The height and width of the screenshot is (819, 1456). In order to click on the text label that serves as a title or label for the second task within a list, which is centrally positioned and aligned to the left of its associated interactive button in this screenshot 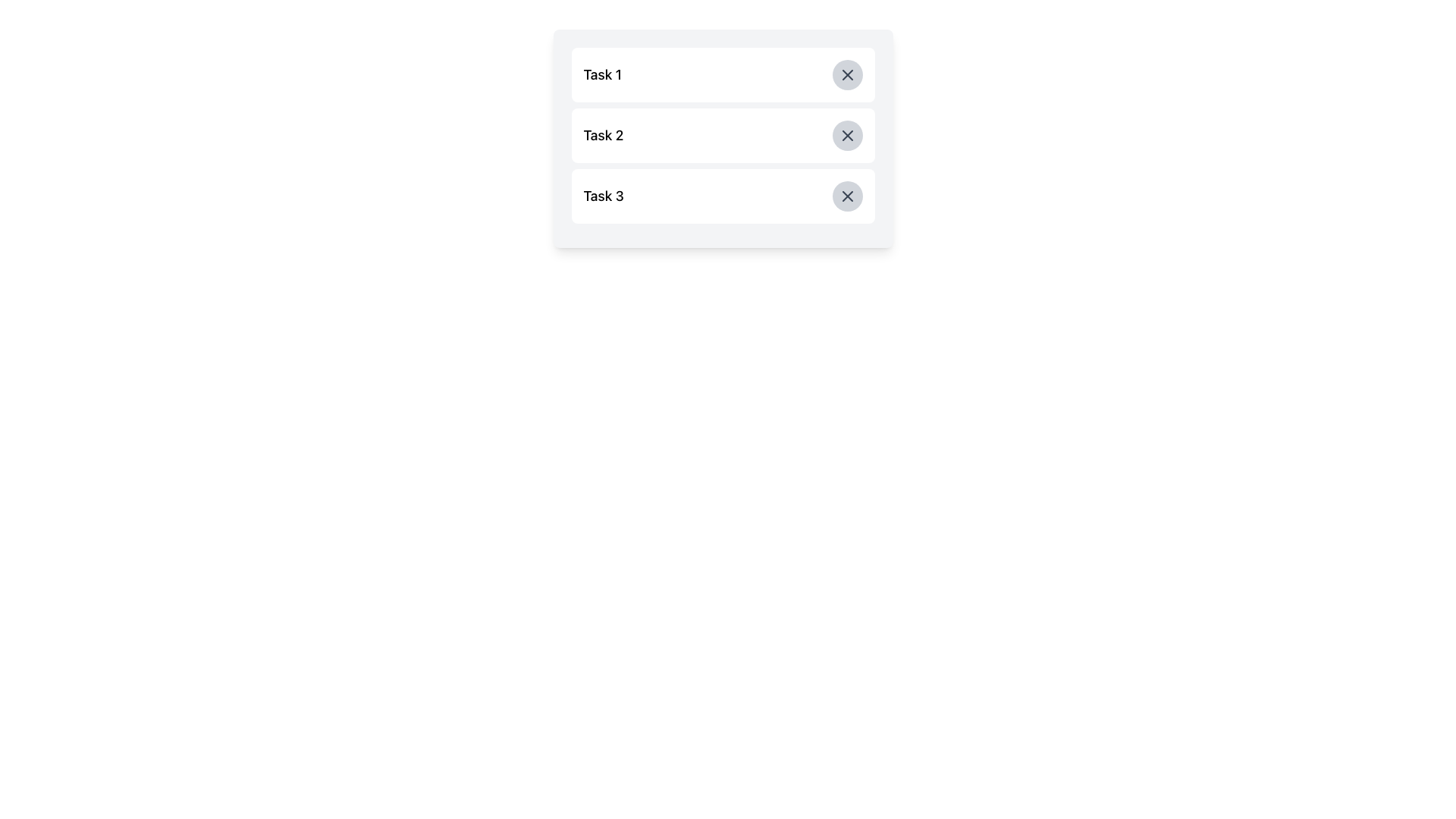, I will do `click(602, 134)`.